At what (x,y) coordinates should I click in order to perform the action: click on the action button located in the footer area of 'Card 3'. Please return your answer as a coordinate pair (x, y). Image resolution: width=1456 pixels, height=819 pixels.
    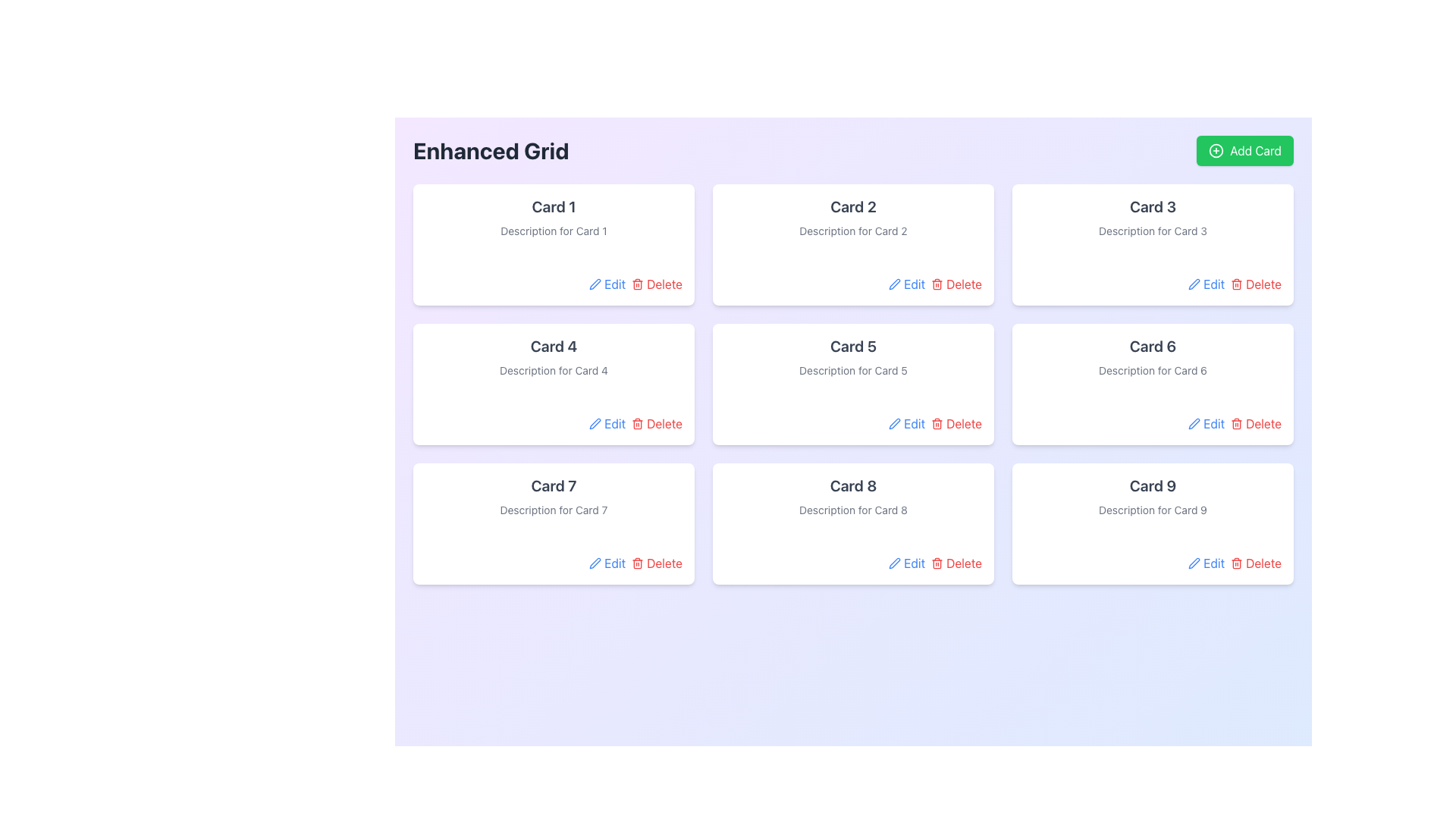
    Looking at the image, I should click on (1206, 284).